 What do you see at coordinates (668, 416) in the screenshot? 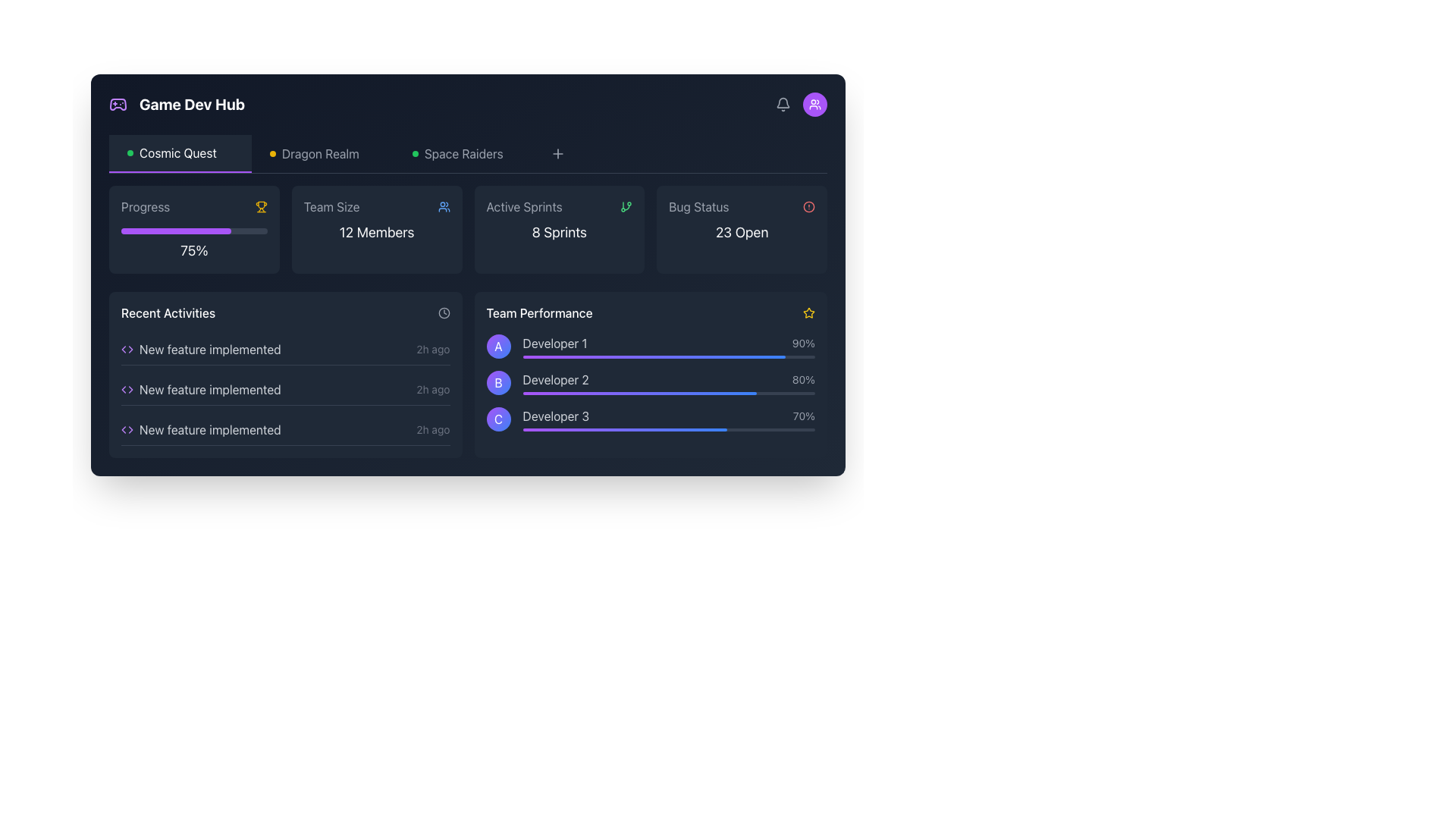
I see `the progress indicator for 'Developer 3', which displays a progress percentage of '70%' in the 'Team Performance' section` at bounding box center [668, 416].